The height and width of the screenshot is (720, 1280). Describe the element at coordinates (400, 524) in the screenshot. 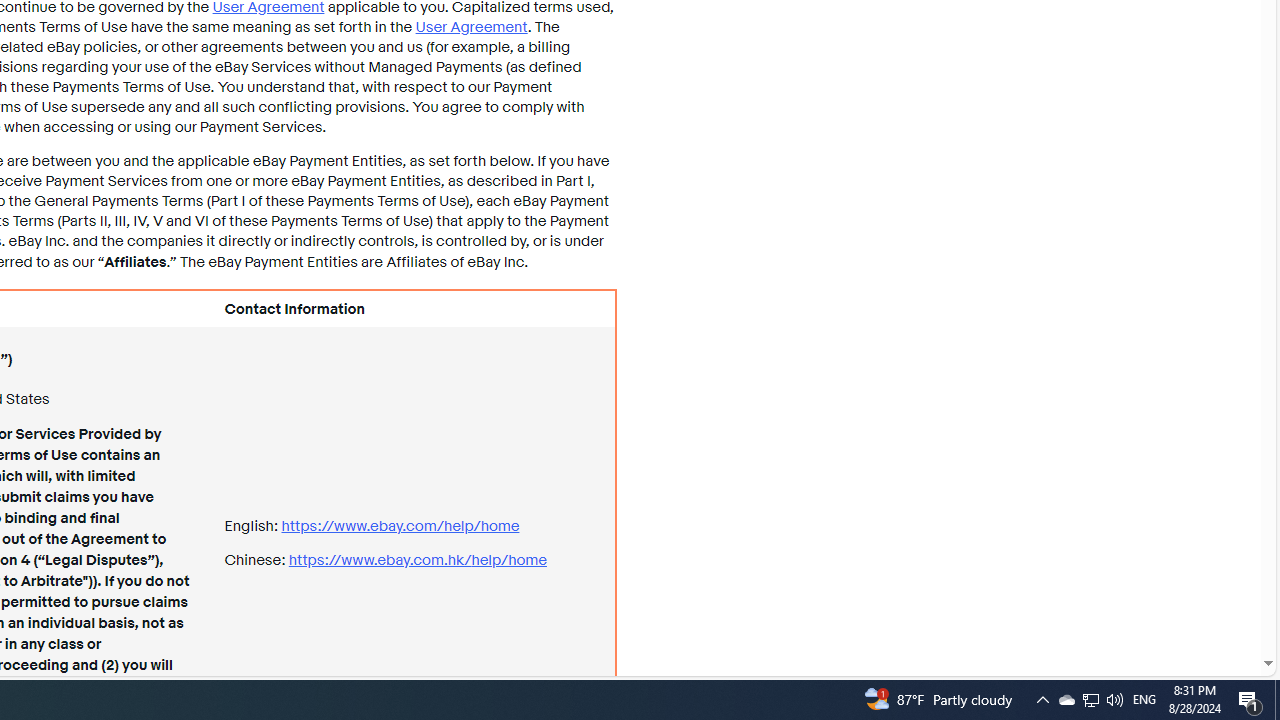

I see `'https://www.ebay.com/ help/home'` at that location.